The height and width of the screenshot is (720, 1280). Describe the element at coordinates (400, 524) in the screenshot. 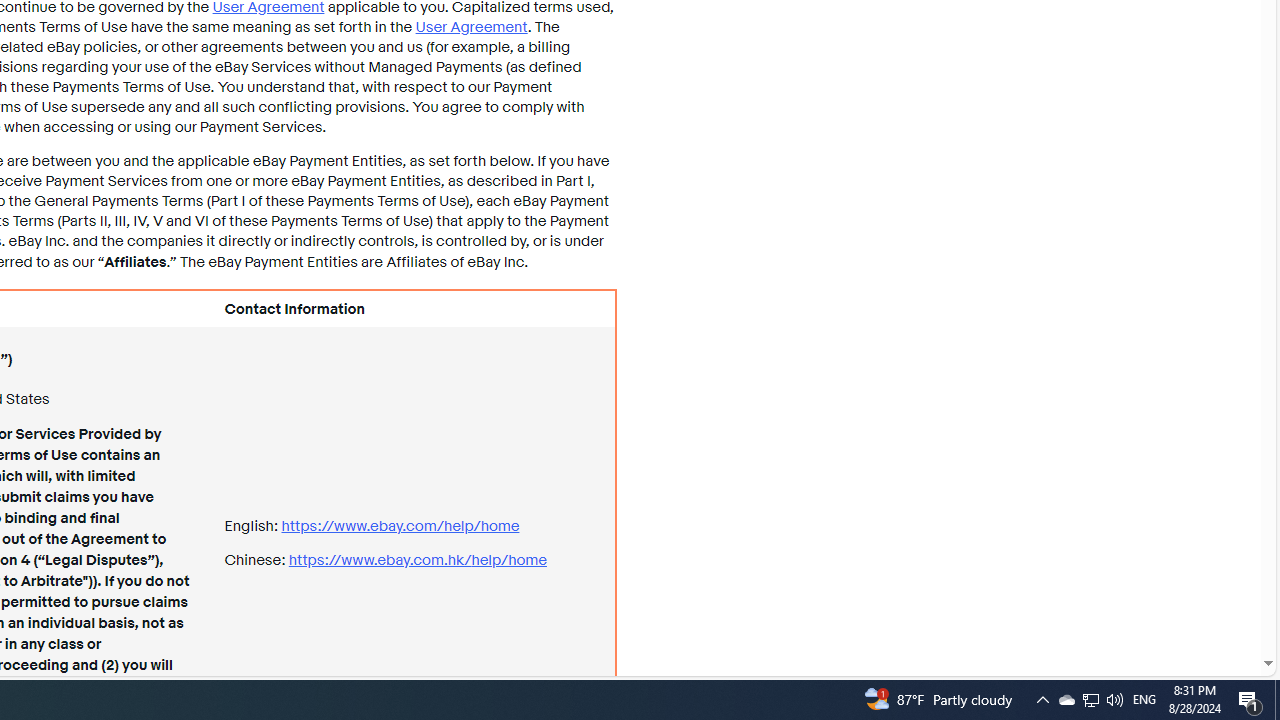

I see `'https://www.ebay.com/ help/home'` at that location.